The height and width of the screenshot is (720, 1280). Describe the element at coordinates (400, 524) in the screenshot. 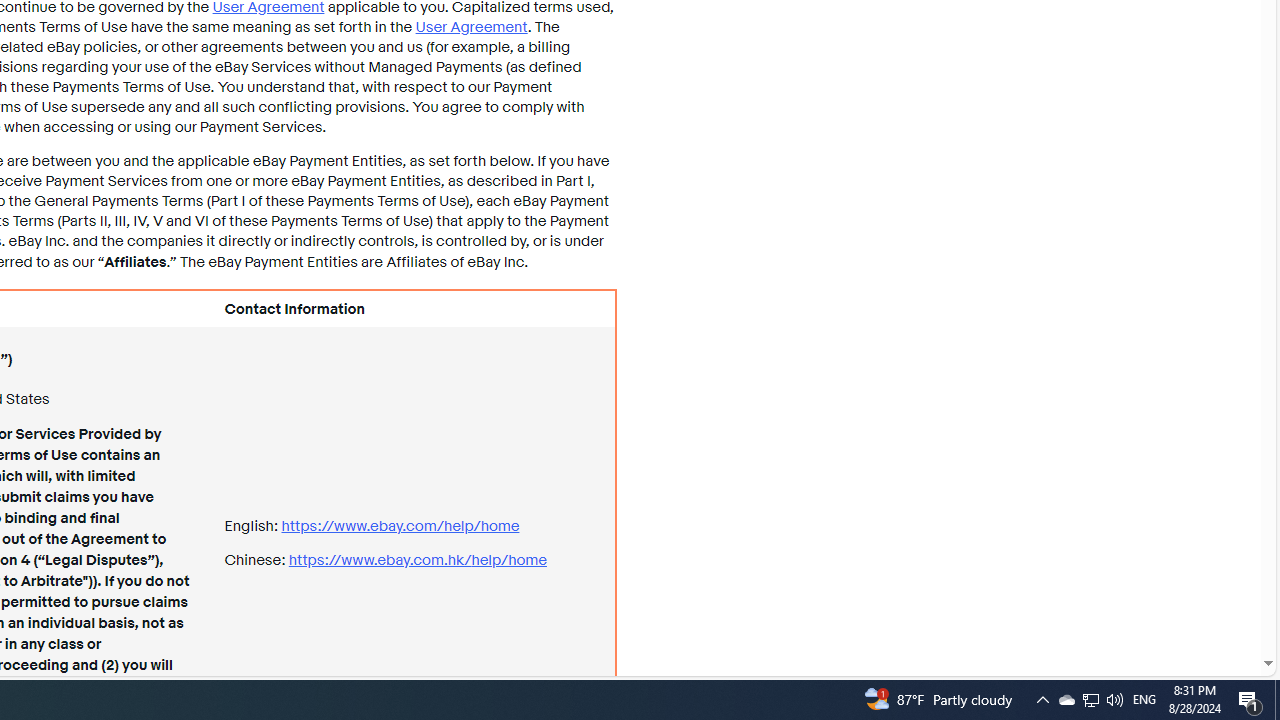

I see `'https://www.ebay.com/ help/home'` at that location.